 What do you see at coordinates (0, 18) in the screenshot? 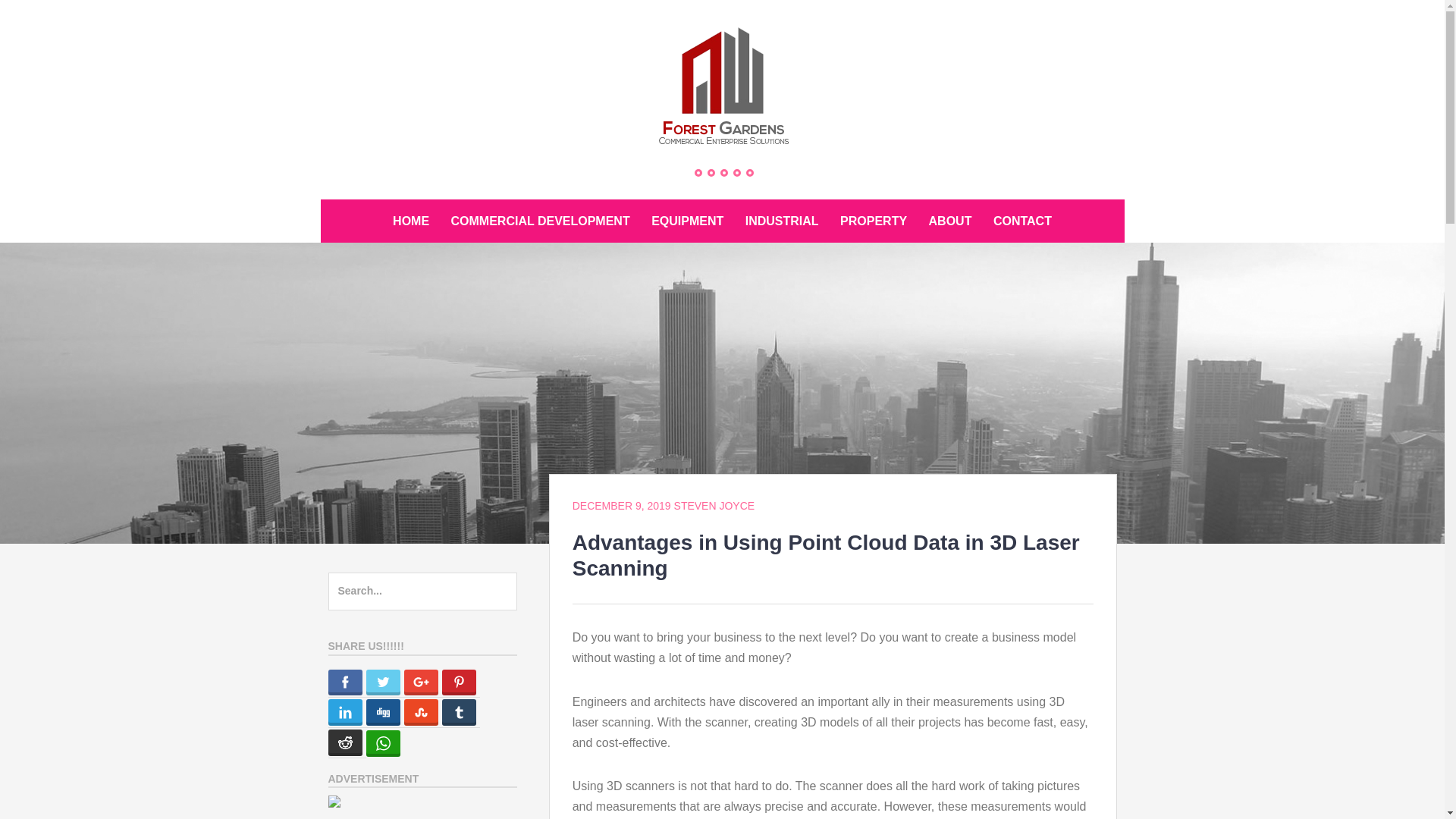
I see `'Search'` at bounding box center [0, 18].